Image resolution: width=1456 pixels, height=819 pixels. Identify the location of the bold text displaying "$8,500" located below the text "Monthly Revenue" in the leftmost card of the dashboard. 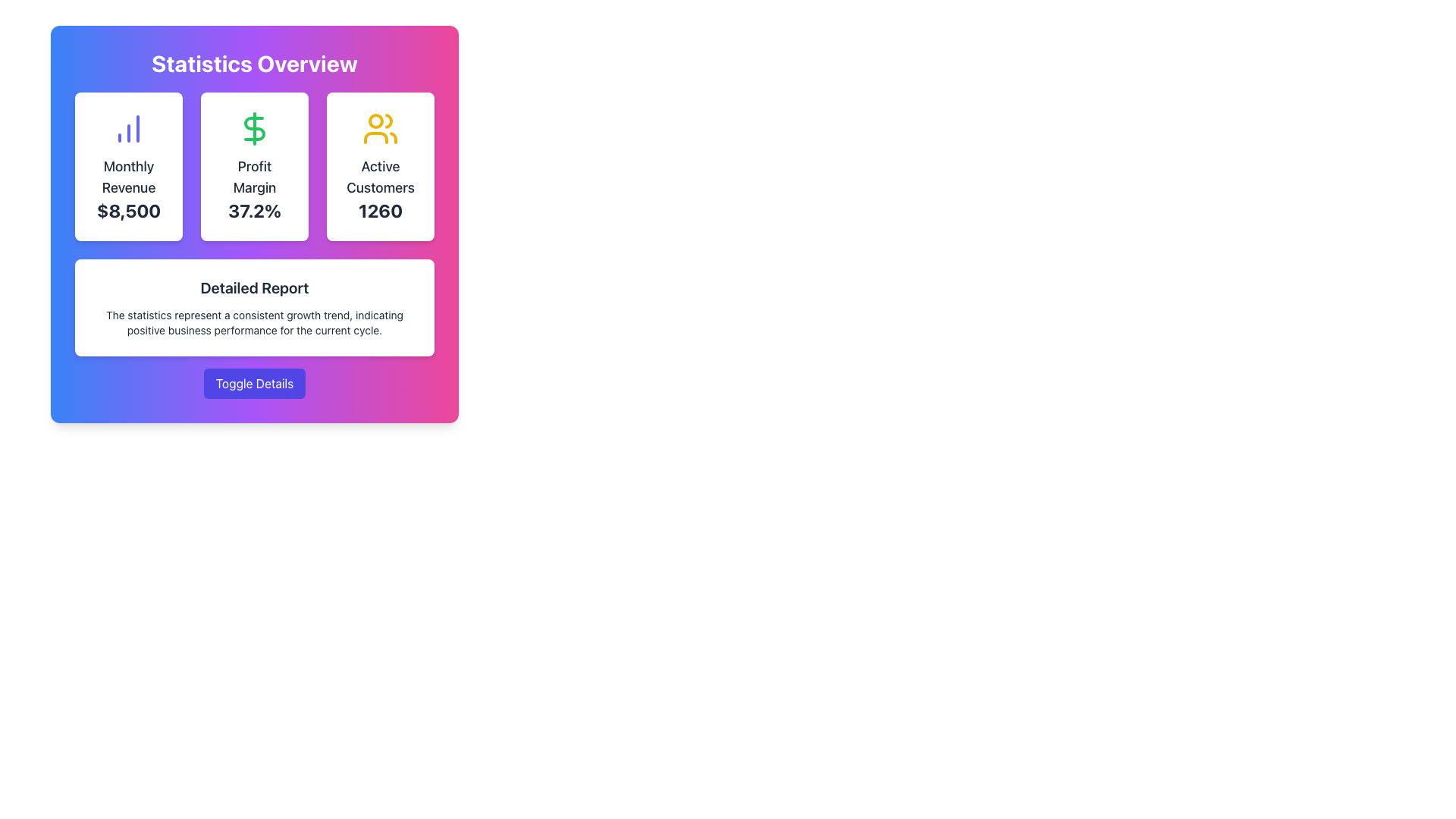
(128, 210).